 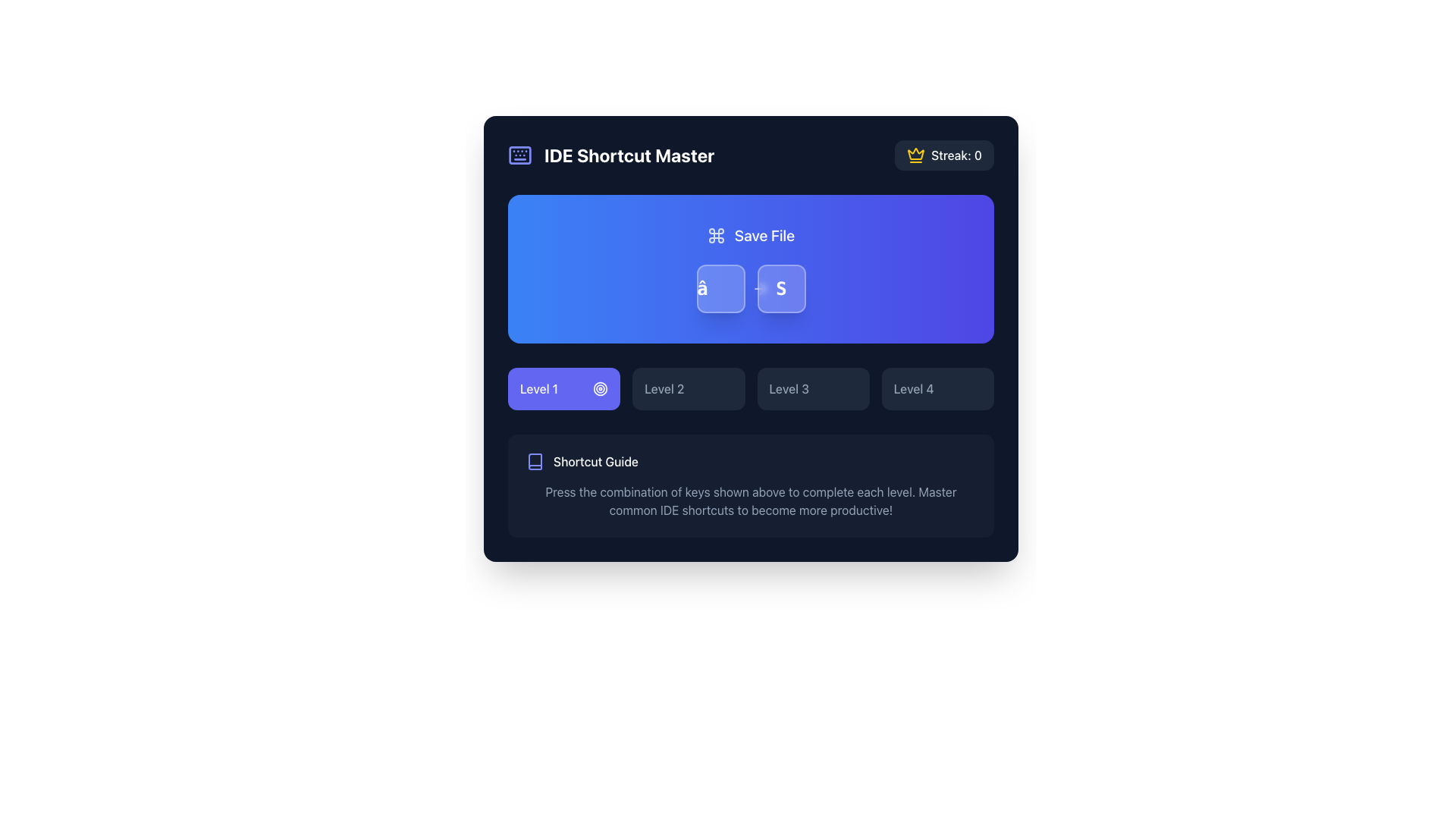 I want to click on the 'Save File' icon located in the top-left portion of the box labeled 'Save File', so click(x=715, y=236).